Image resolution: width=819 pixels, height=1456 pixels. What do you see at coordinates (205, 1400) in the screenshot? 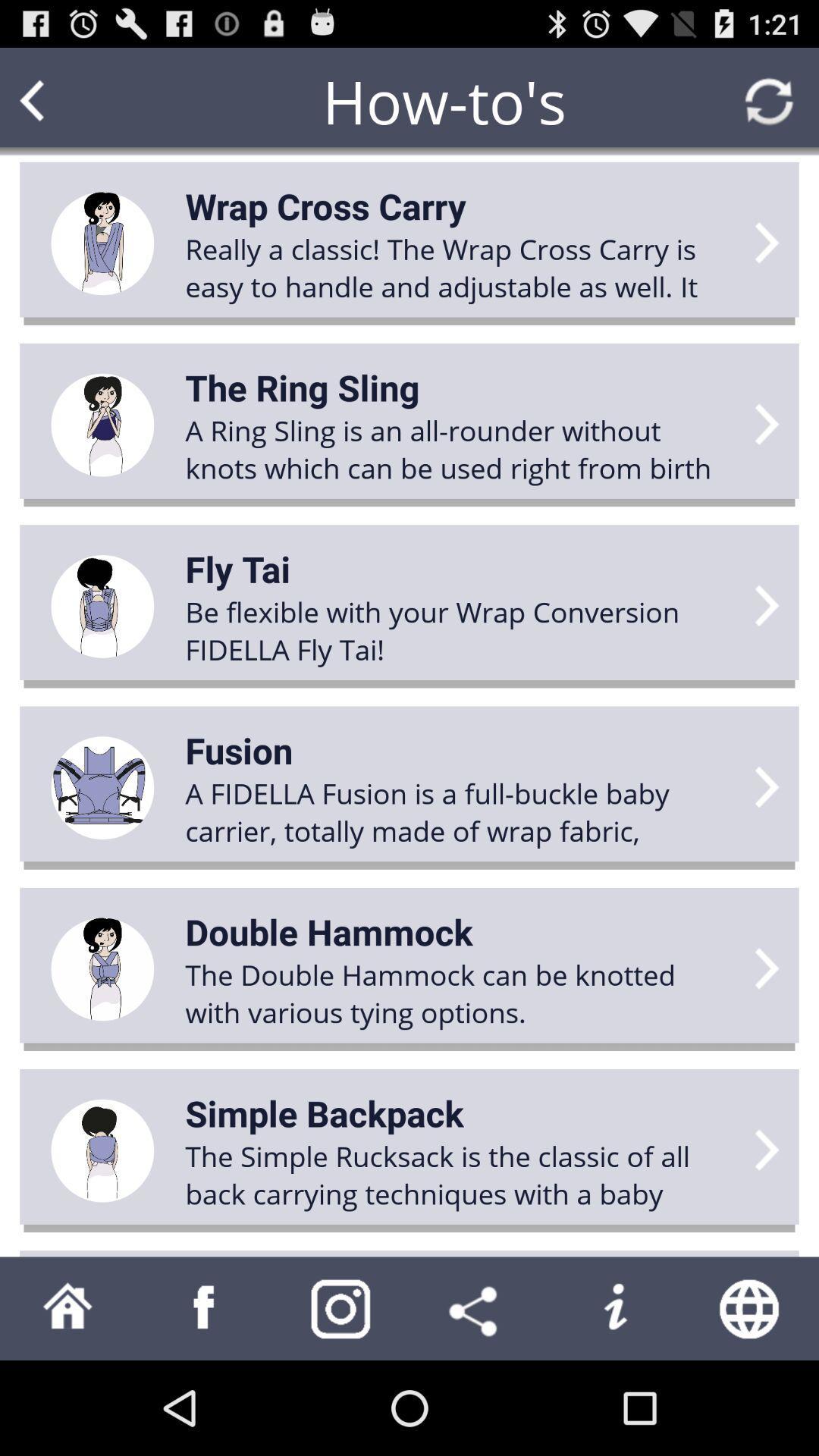
I see `the facebook icon` at bounding box center [205, 1400].